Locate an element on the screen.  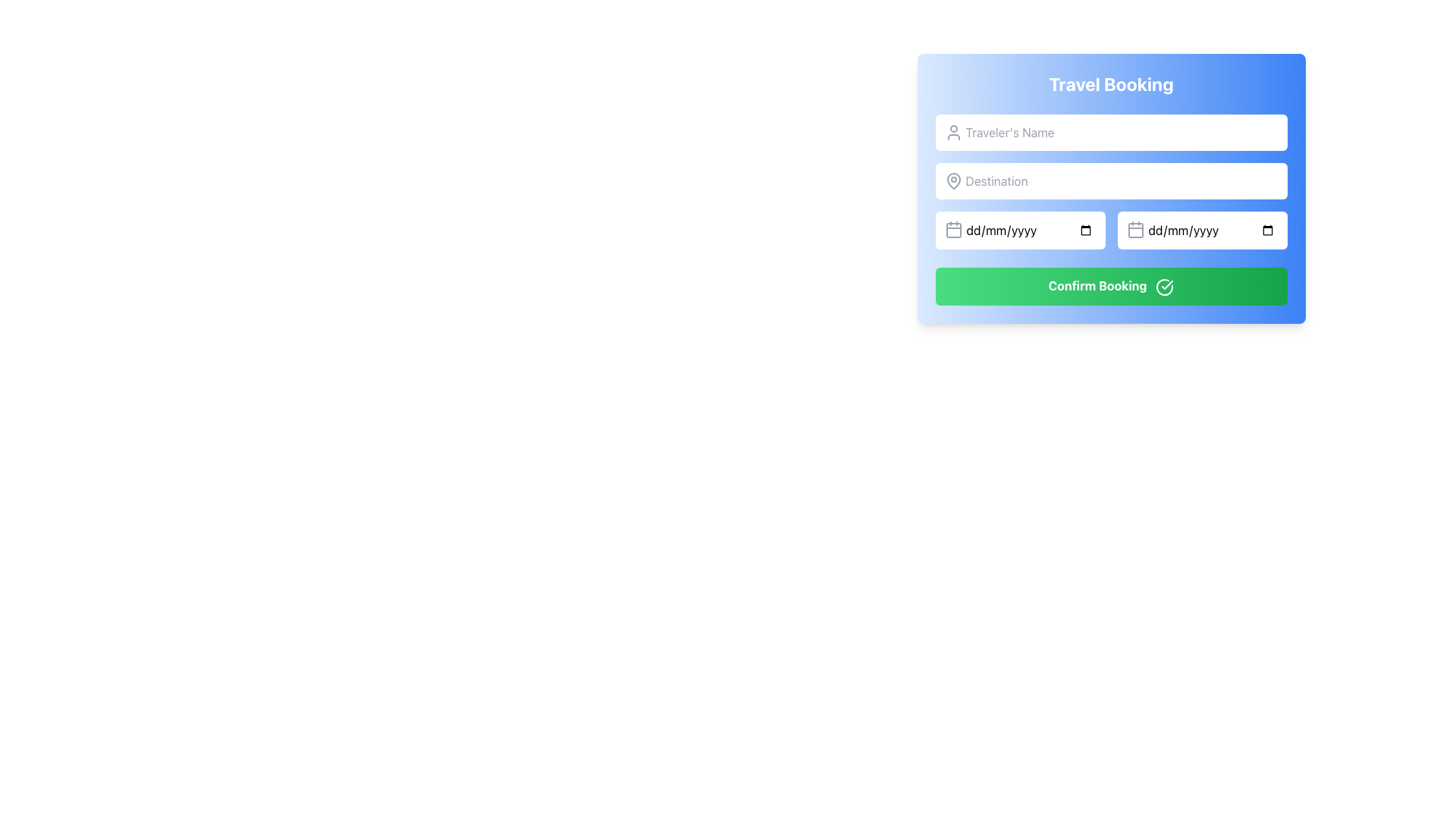
the user profile icon located to the left of the 'Traveler's Name' input field, which serves as a visual indicator for the field's purpose is located at coordinates (952, 131).